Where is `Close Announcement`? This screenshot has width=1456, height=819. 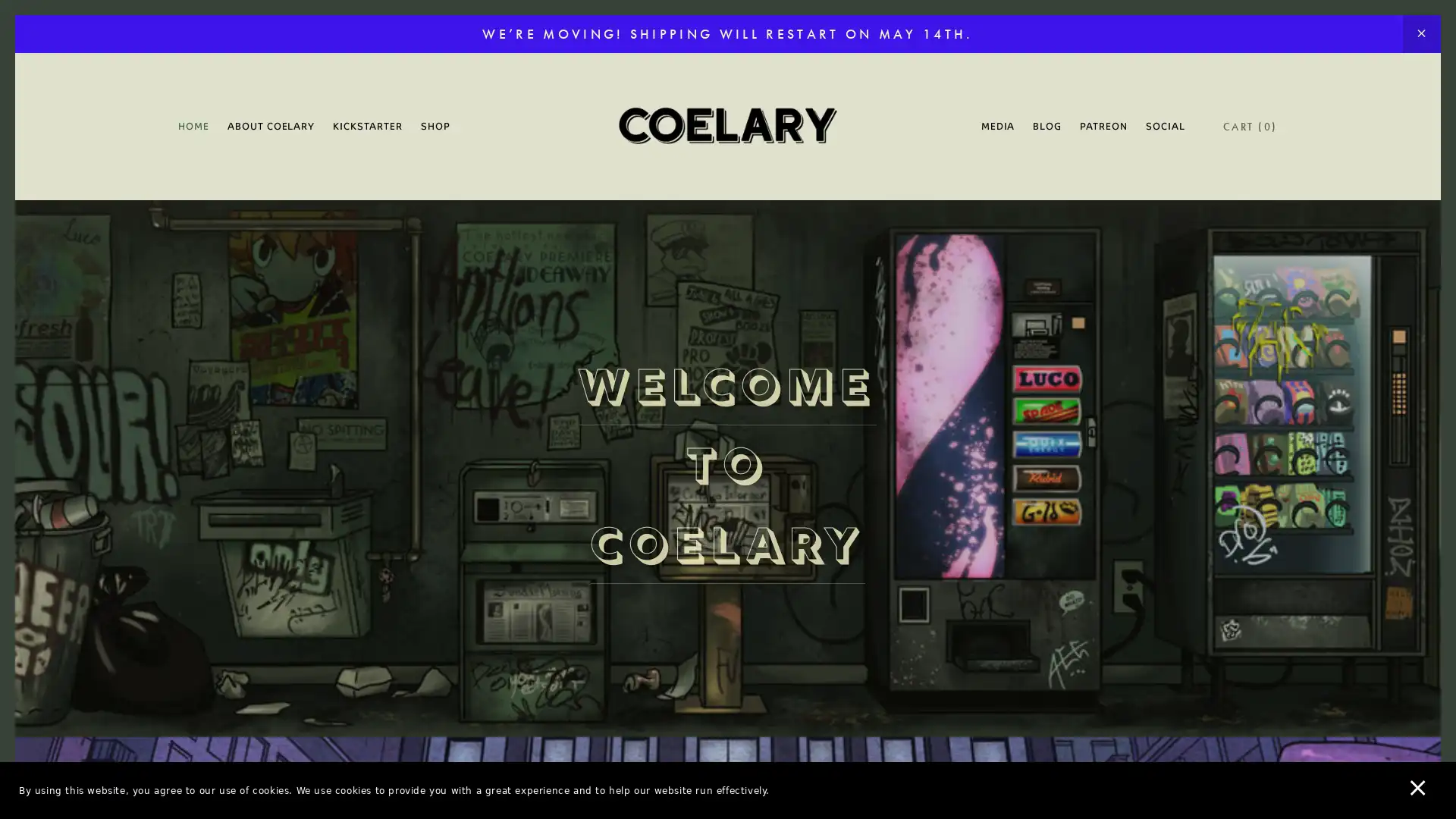
Close Announcement is located at coordinates (1420, 34).